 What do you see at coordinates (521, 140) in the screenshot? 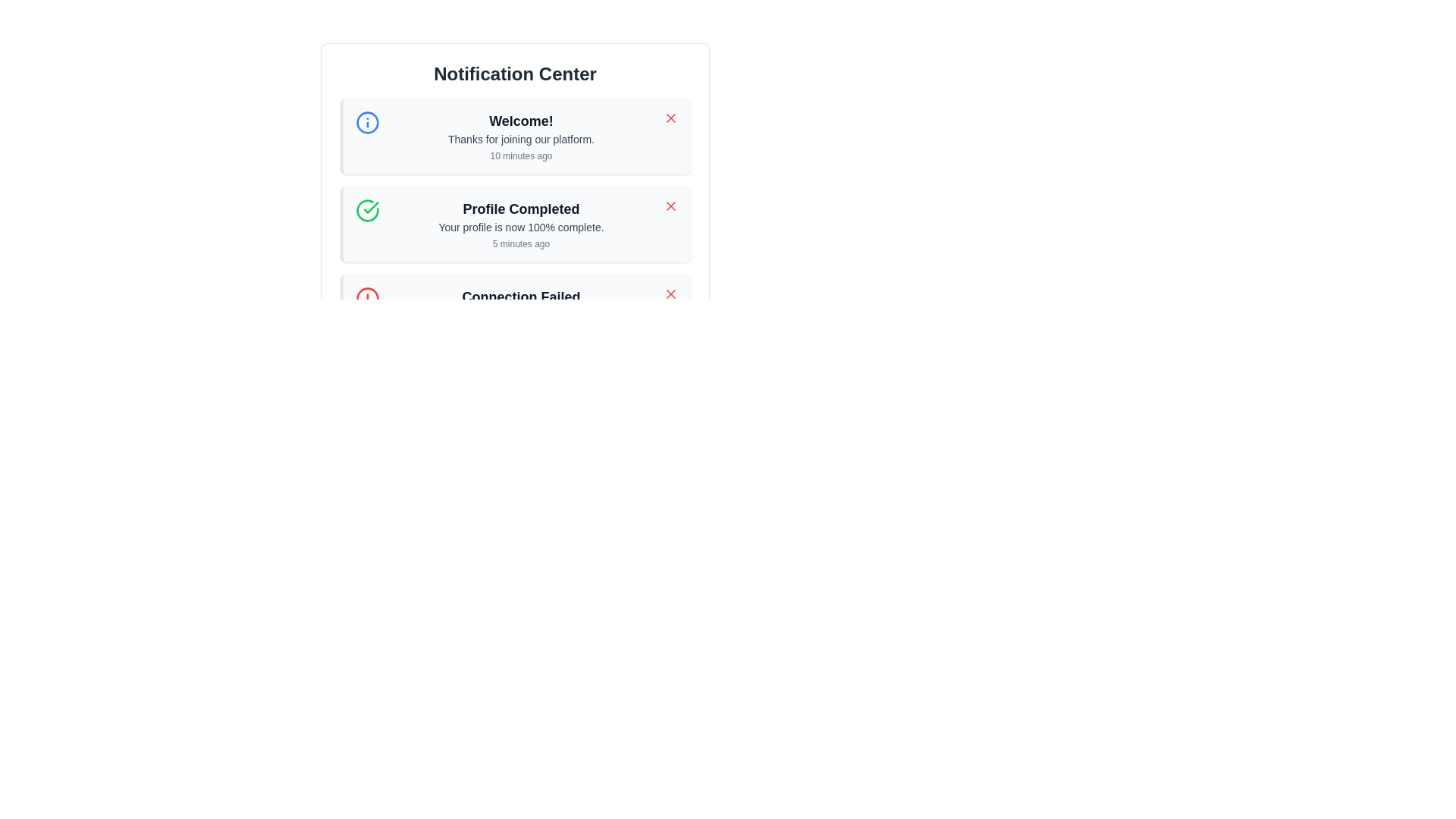
I see `the text content that provides further information related to the 'Welcome!' notification, which is located beneath the 'Welcome!' heading and above the '10 minutes ago' timestamp` at bounding box center [521, 140].